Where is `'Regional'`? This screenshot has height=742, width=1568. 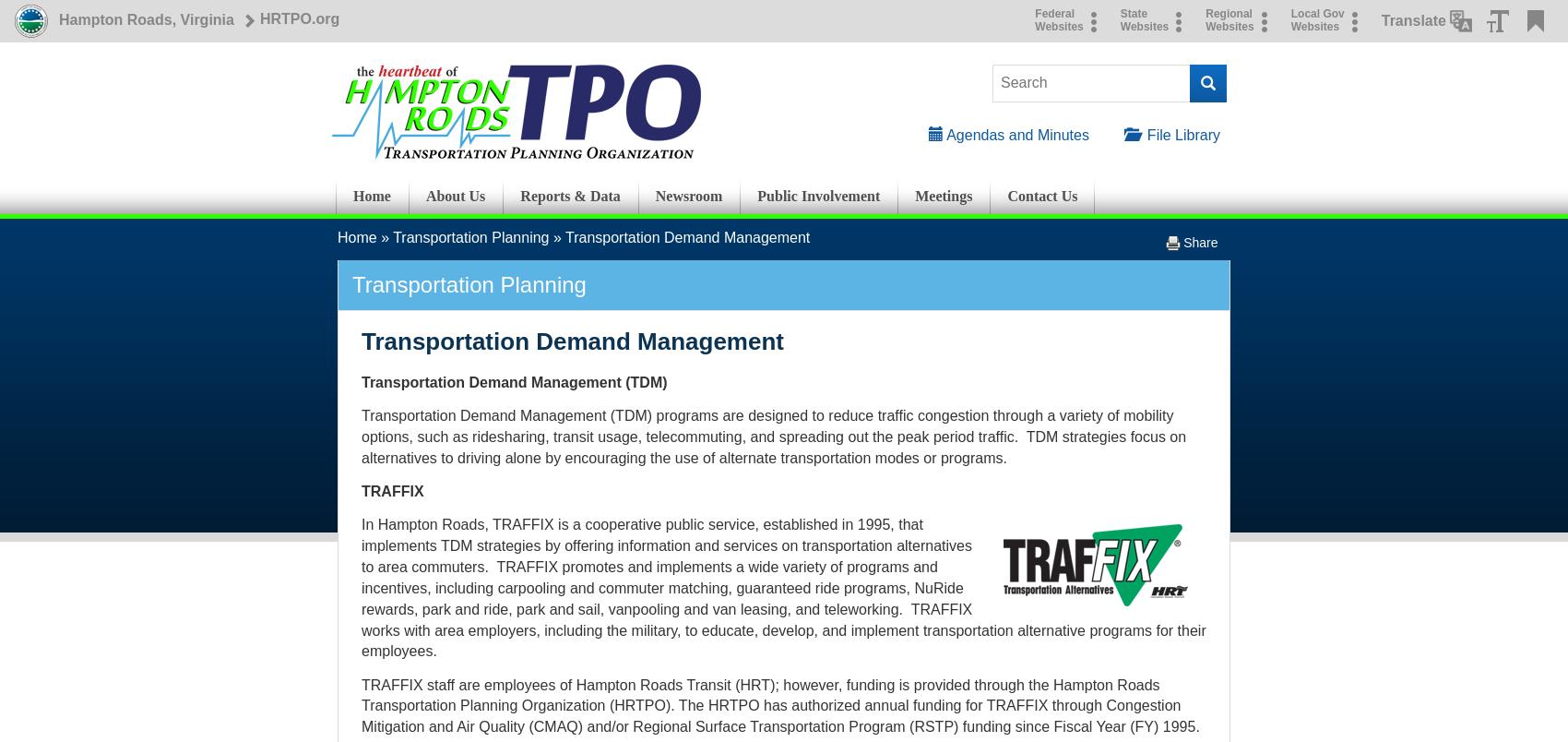 'Regional' is located at coordinates (1228, 14).